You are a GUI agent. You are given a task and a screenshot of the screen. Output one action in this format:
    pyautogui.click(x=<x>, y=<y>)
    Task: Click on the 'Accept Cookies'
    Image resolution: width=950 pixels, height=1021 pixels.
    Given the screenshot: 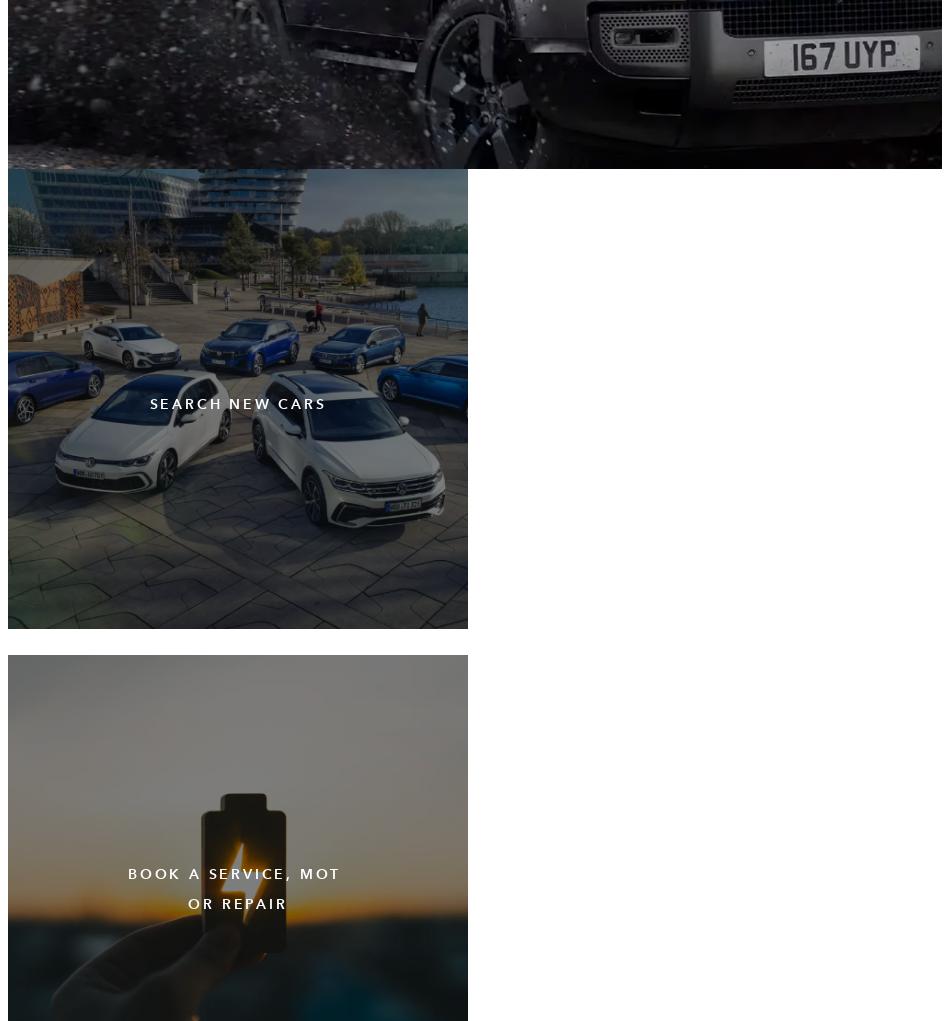 What is the action you would take?
    pyautogui.click(x=263, y=920)
    